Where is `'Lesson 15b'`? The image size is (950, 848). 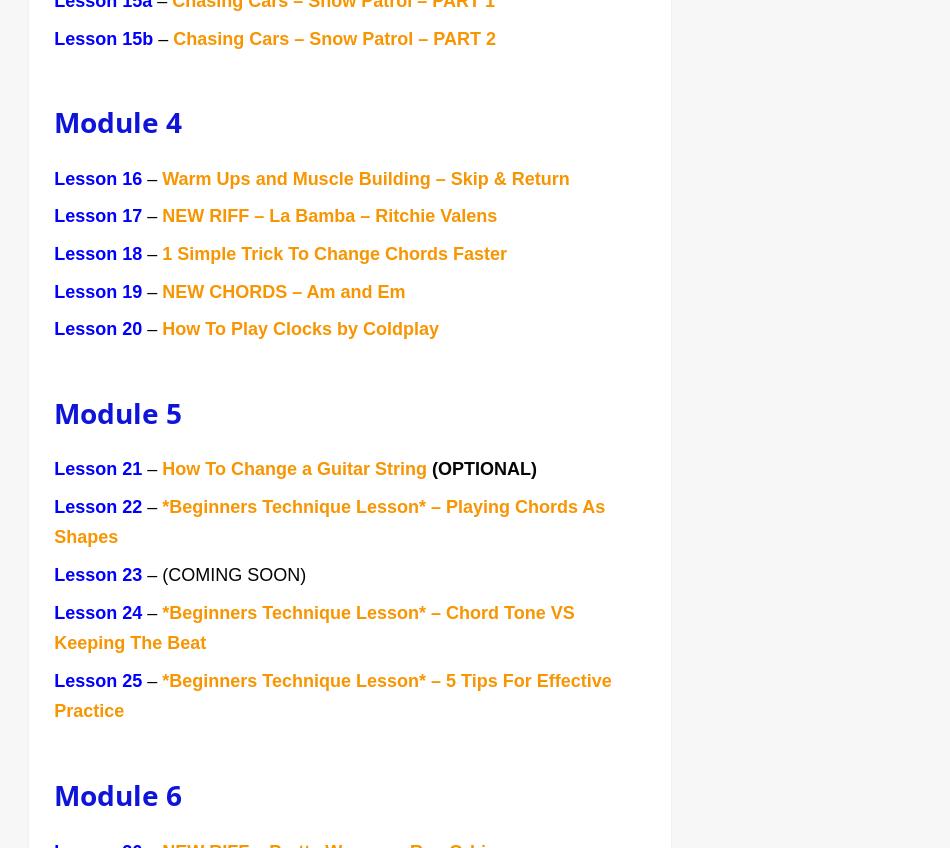 'Lesson 15b' is located at coordinates (103, 39).